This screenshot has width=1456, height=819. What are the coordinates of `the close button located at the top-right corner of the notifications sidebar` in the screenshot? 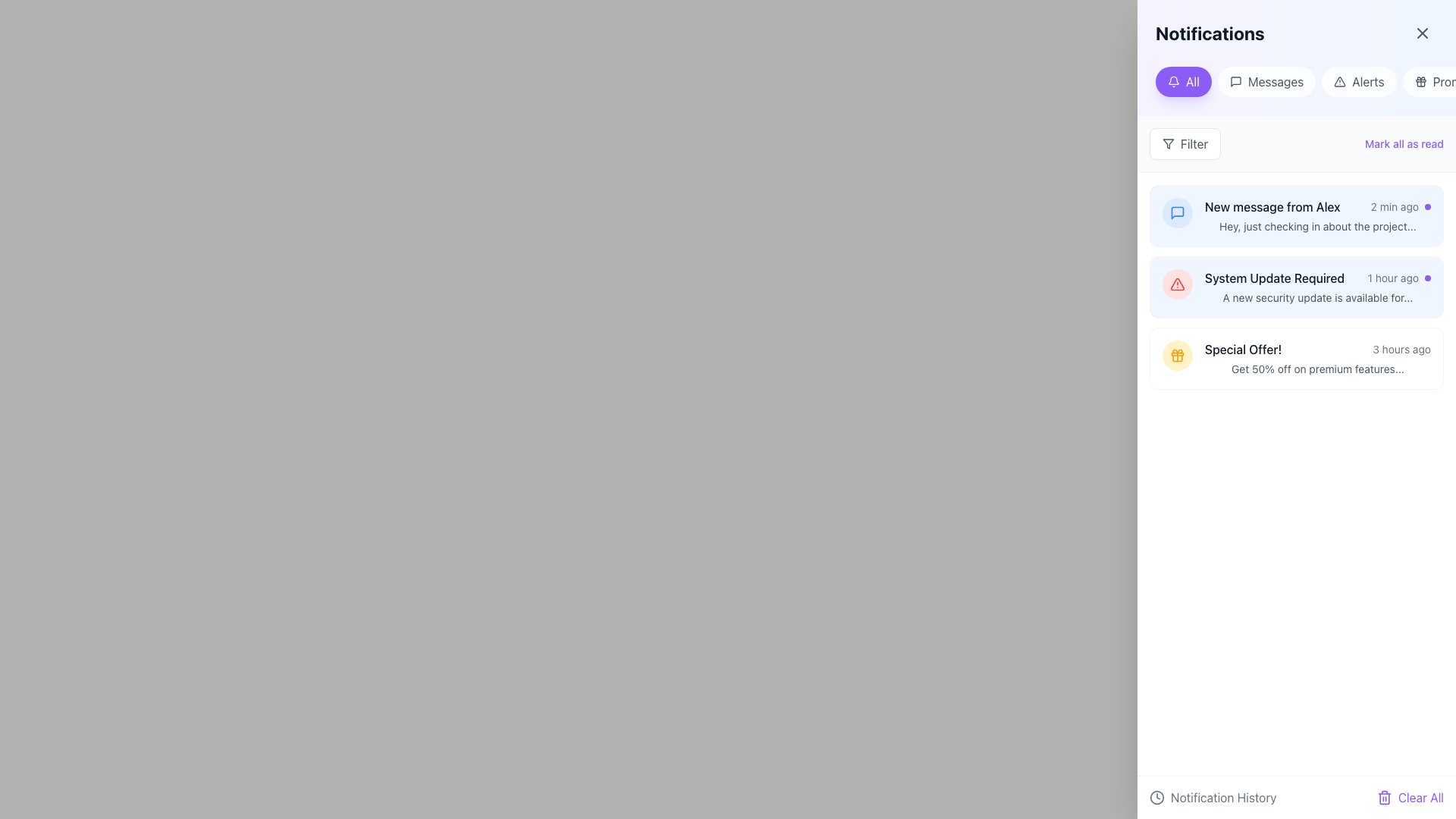 It's located at (1422, 33).